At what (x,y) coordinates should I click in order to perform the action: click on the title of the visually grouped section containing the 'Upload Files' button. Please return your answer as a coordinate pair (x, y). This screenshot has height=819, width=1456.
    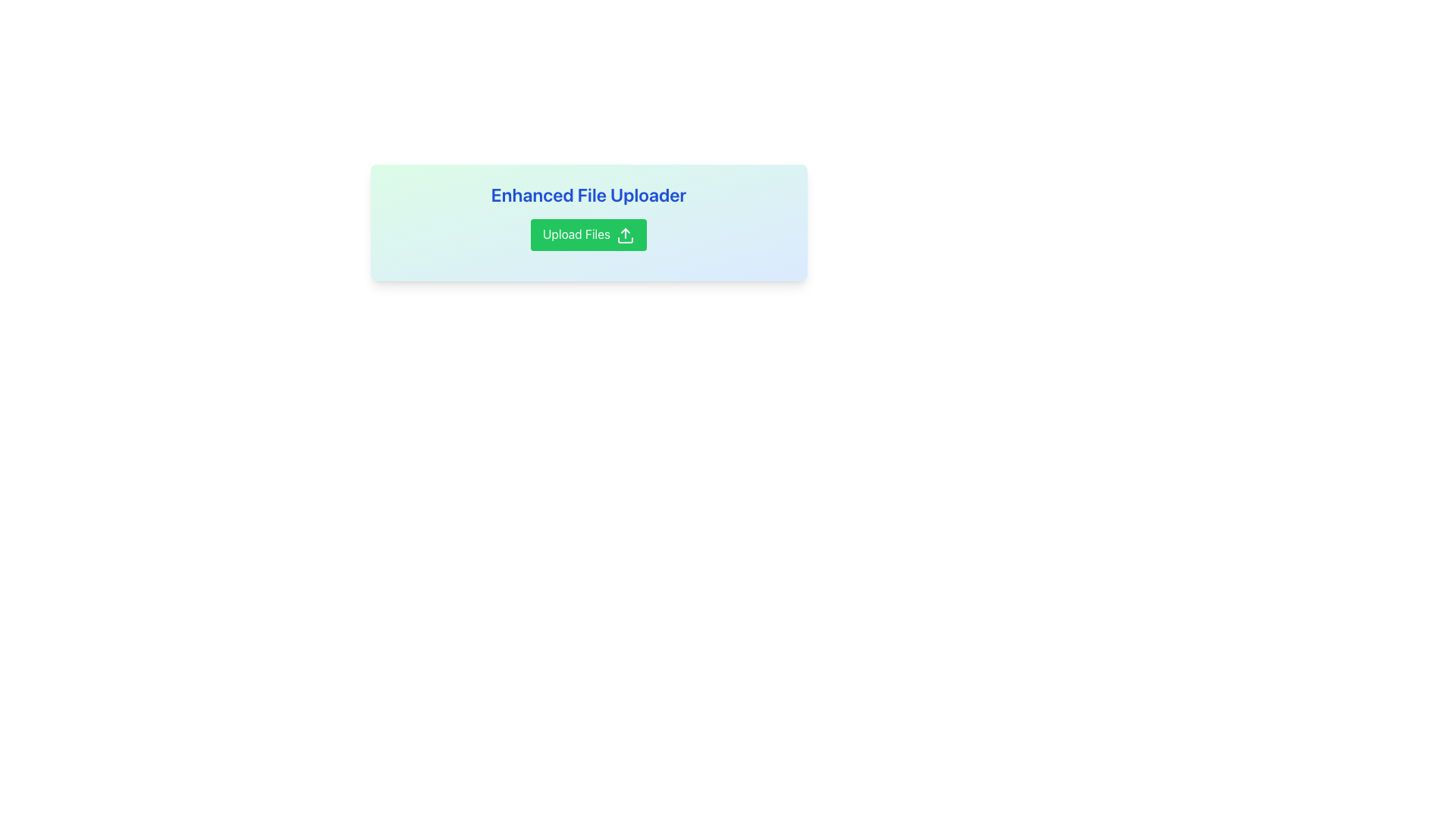
    Looking at the image, I should click on (588, 216).